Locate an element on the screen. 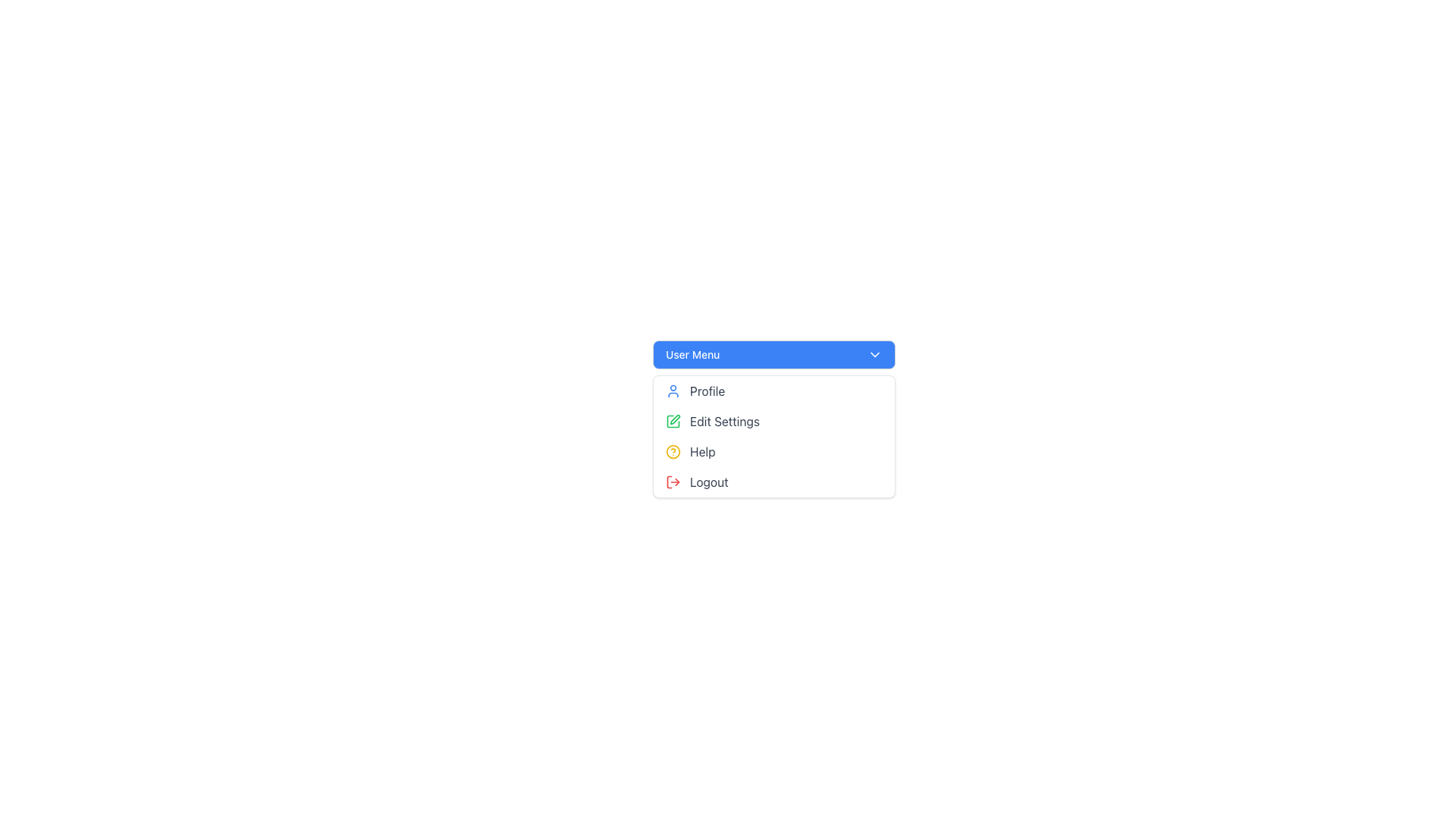 The height and width of the screenshot is (819, 1456). the dropdown menu activator button located at the top center-left of the menu is located at coordinates (774, 354).